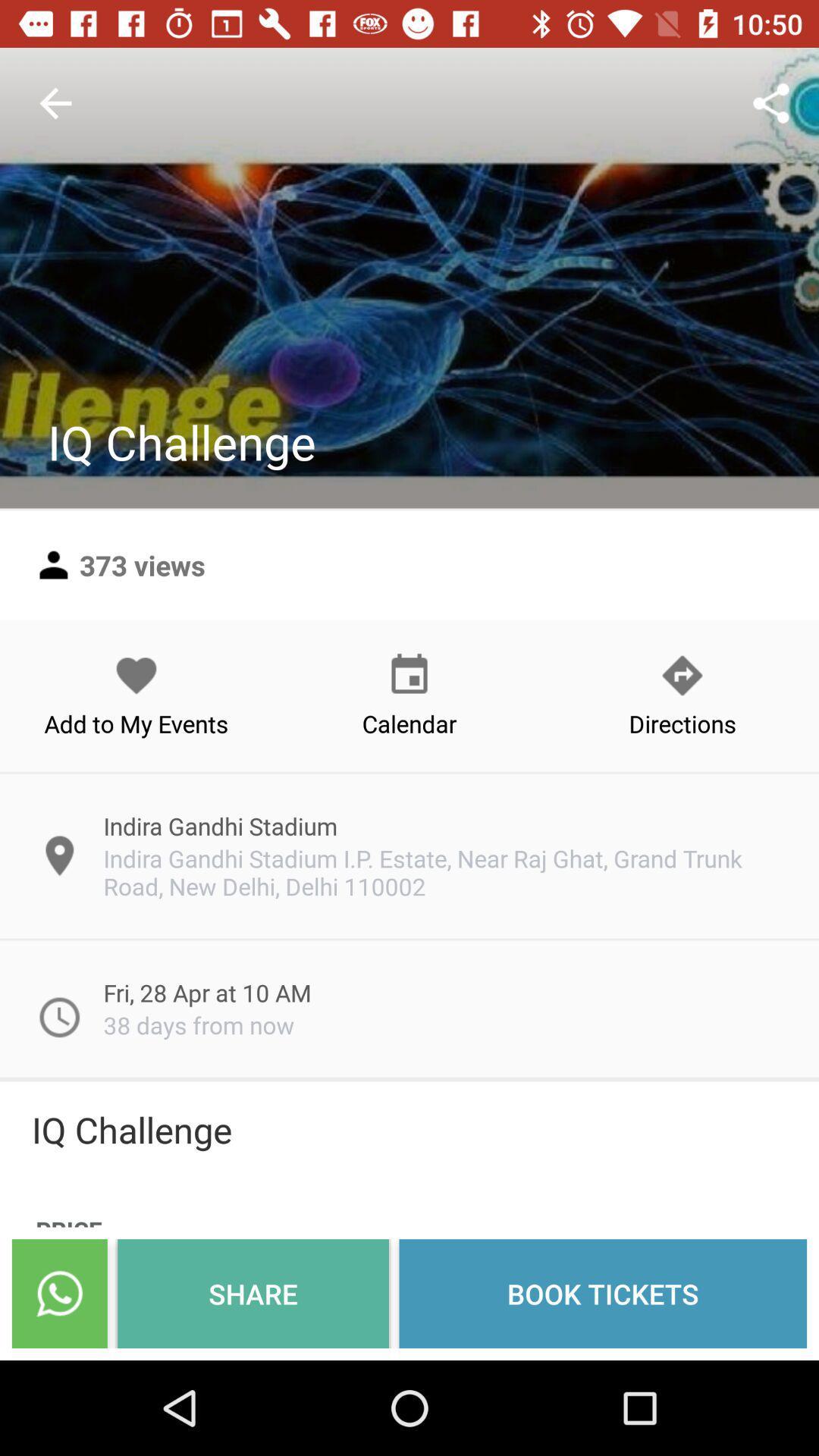 The image size is (819, 1456). What do you see at coordinates (136, 695) in the screenshot?
I see `the icon to the left of the calendar` at bounding box center [136, 695].